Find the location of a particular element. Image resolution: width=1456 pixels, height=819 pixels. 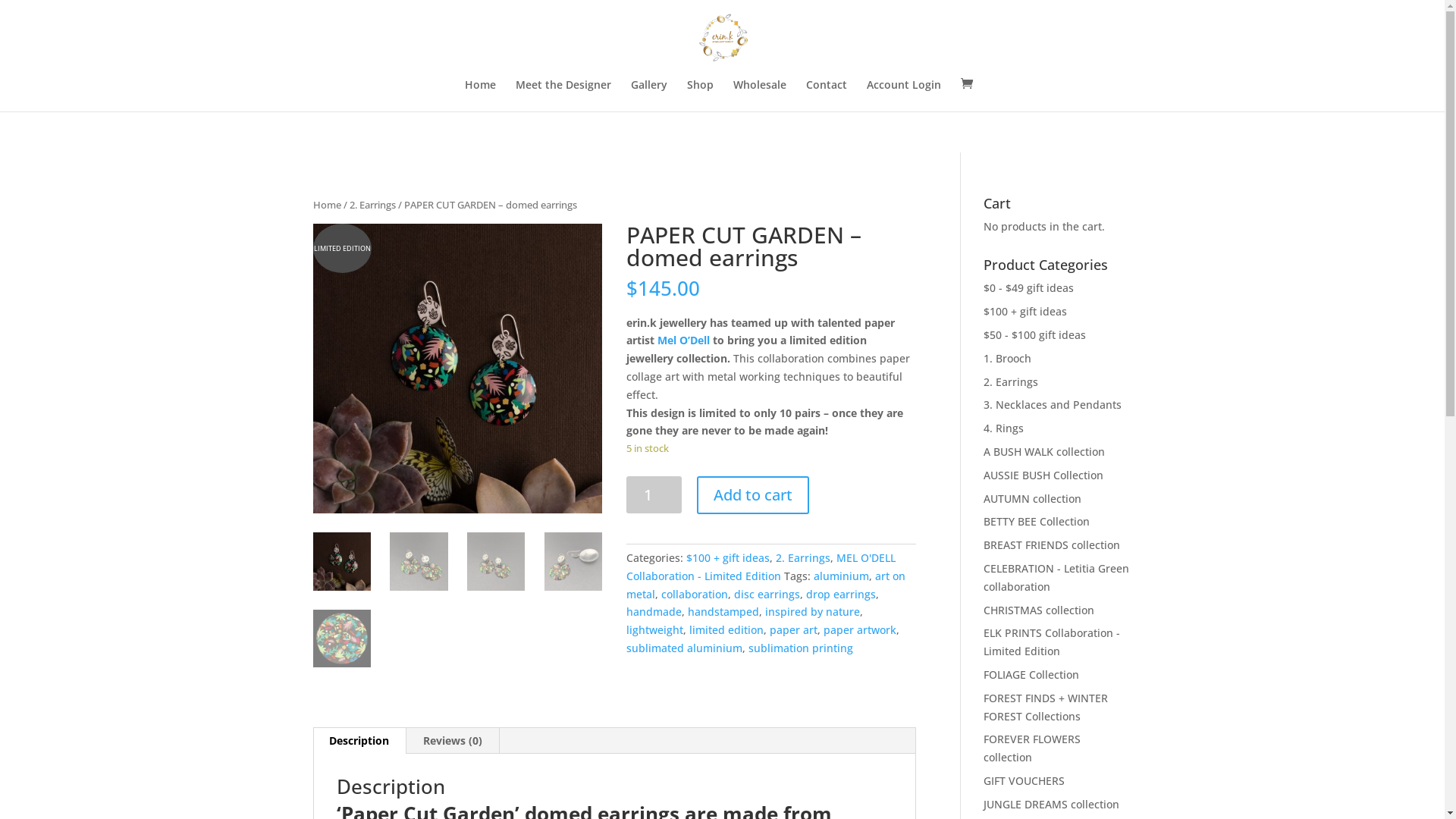

'2. Earrings' is located at coordinates (802, 557).